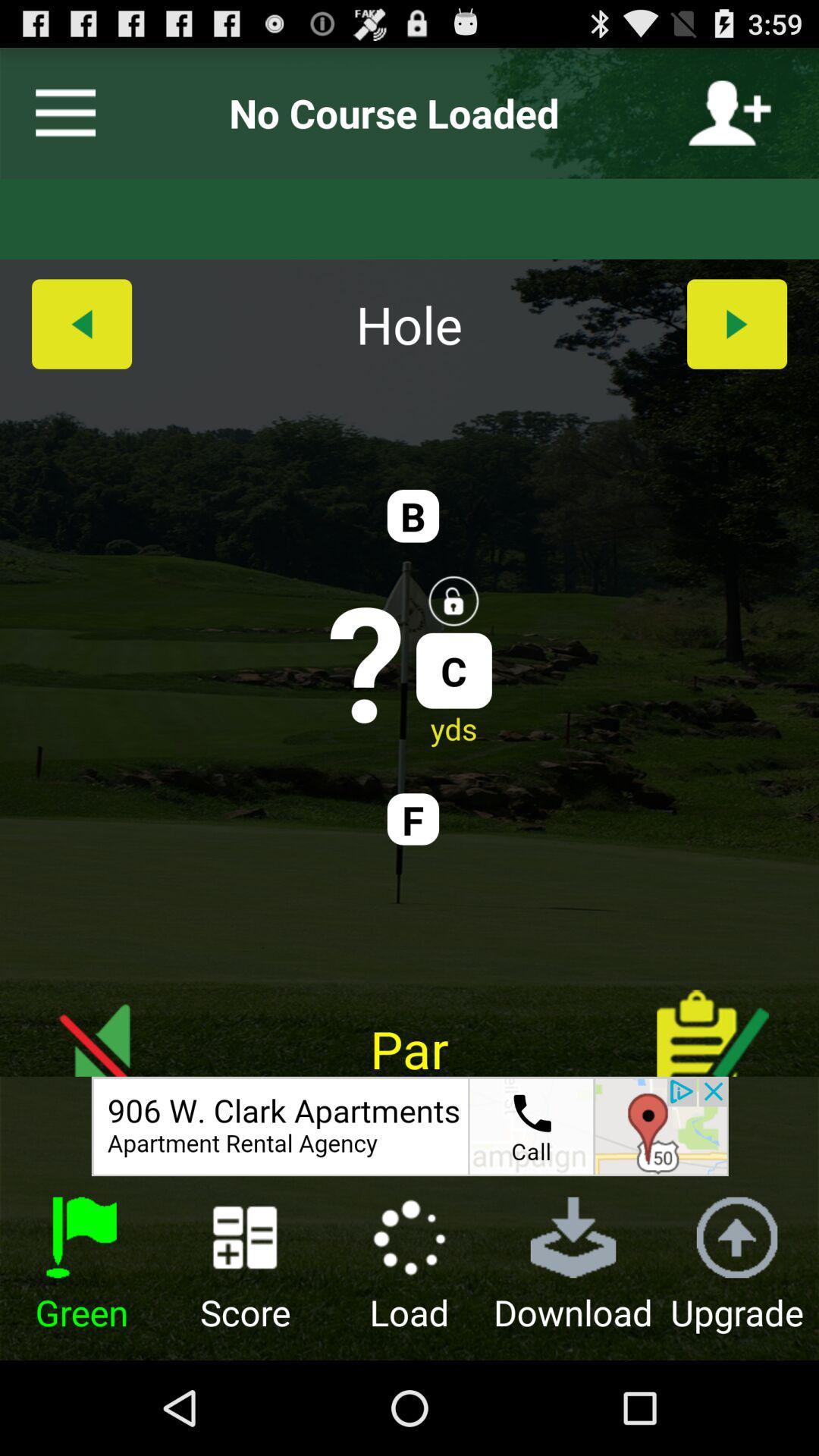  Describe the element at coordinates (729, 120) in the screenshot. I see `the follow icon` at that location.